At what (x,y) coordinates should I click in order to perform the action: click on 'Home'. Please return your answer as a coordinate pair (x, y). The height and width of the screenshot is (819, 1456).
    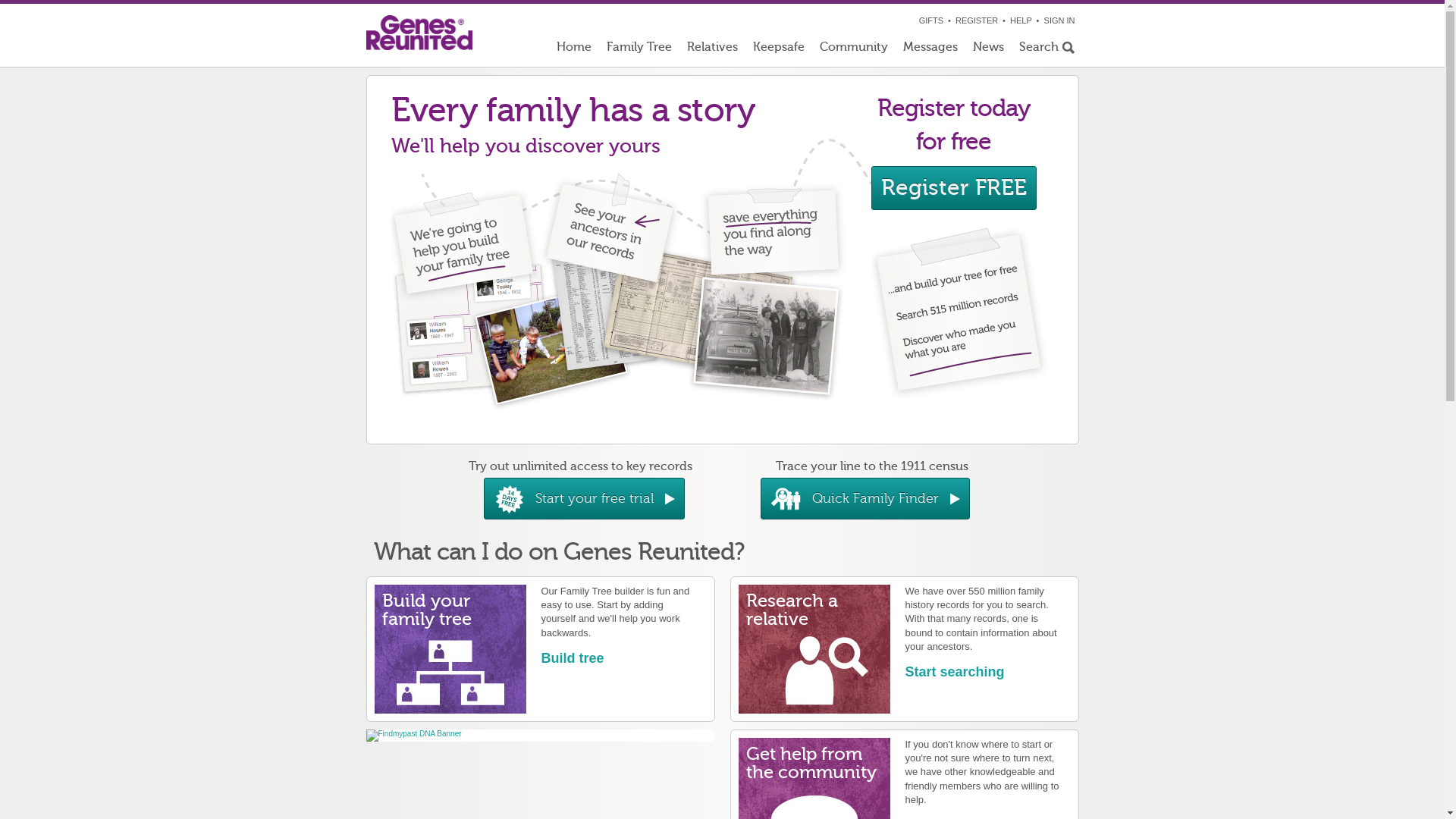
    Looking at the image, I should click on (573, 49).